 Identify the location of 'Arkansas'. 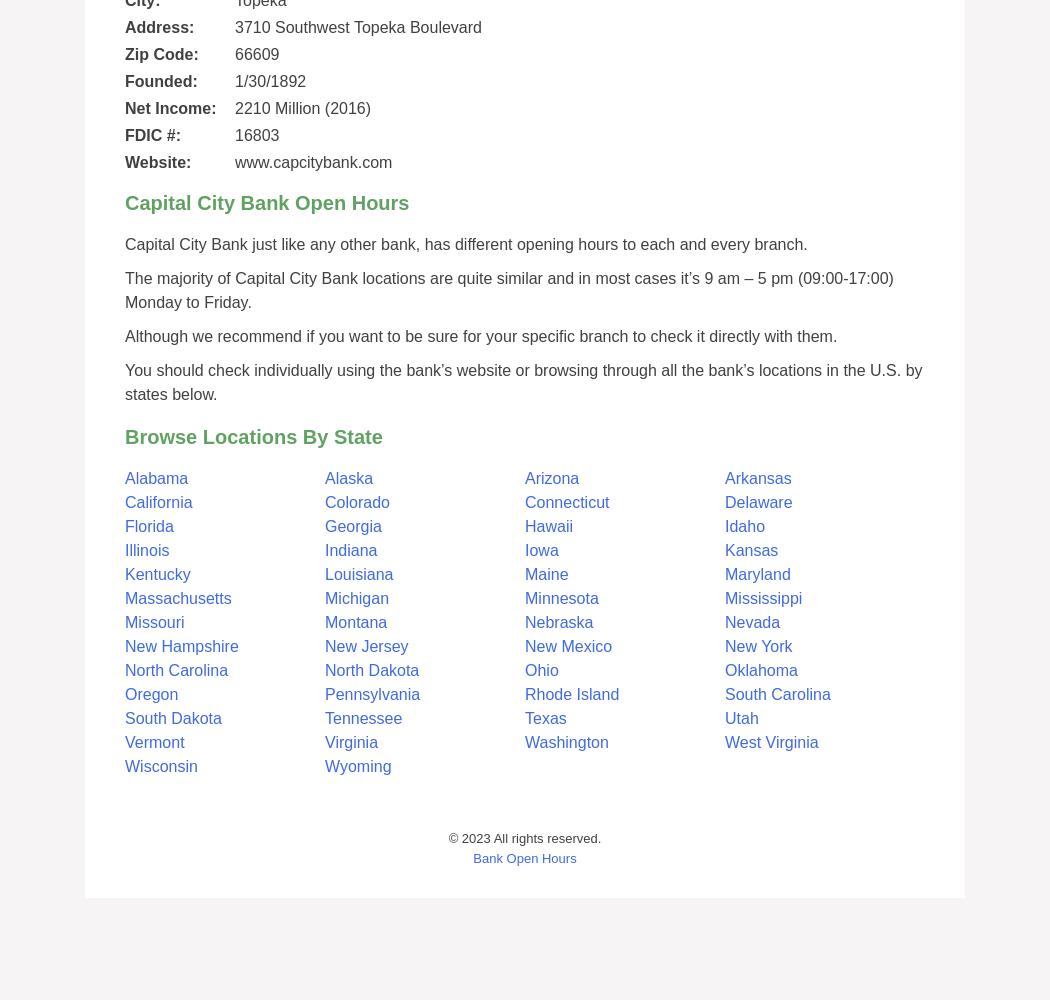
(757, 477).